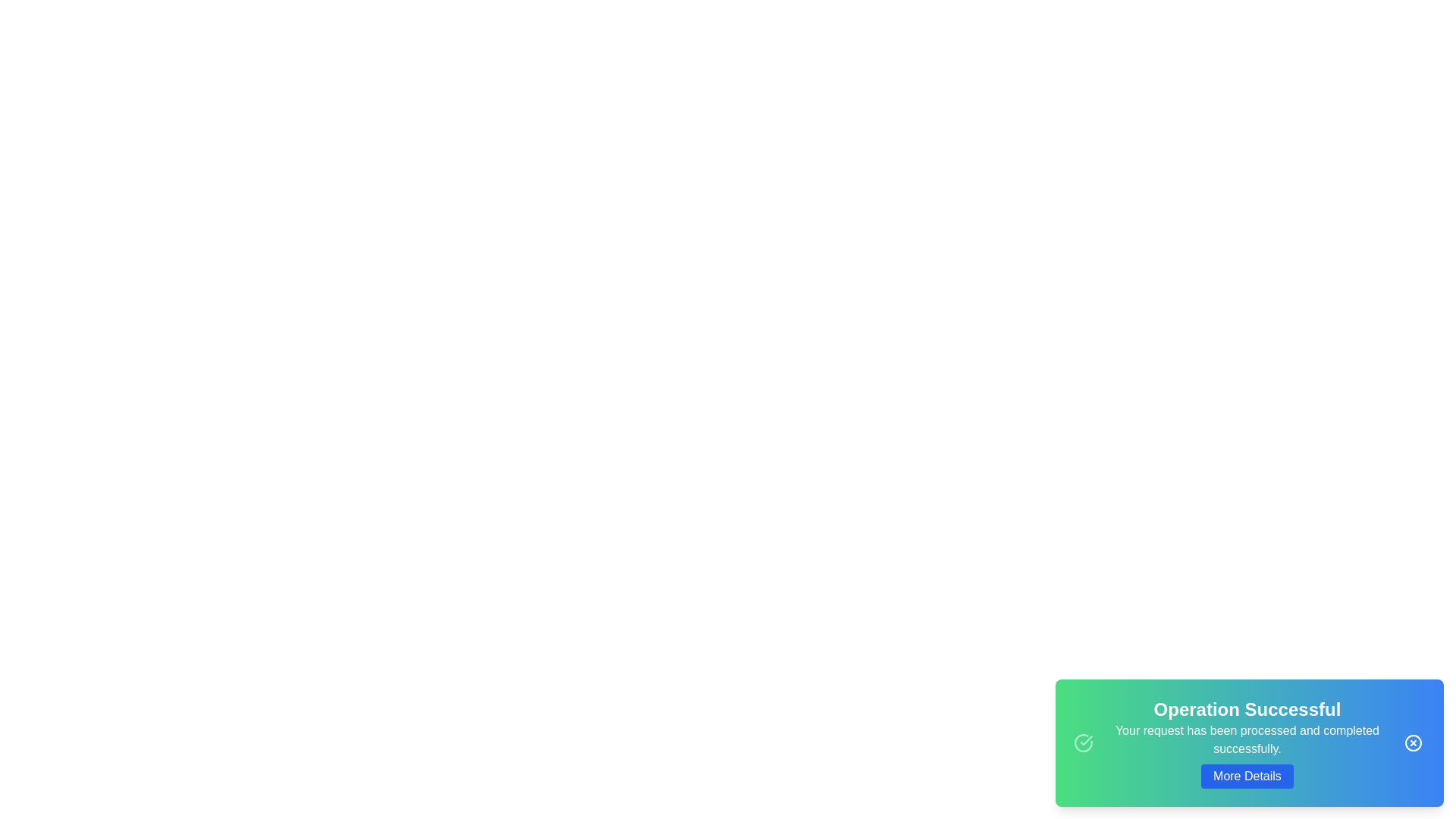 Image resolution: width=1456 pixels, height=819 pixels. I want to click on the 'More Details' button to view additional information, so click(1247, 776).